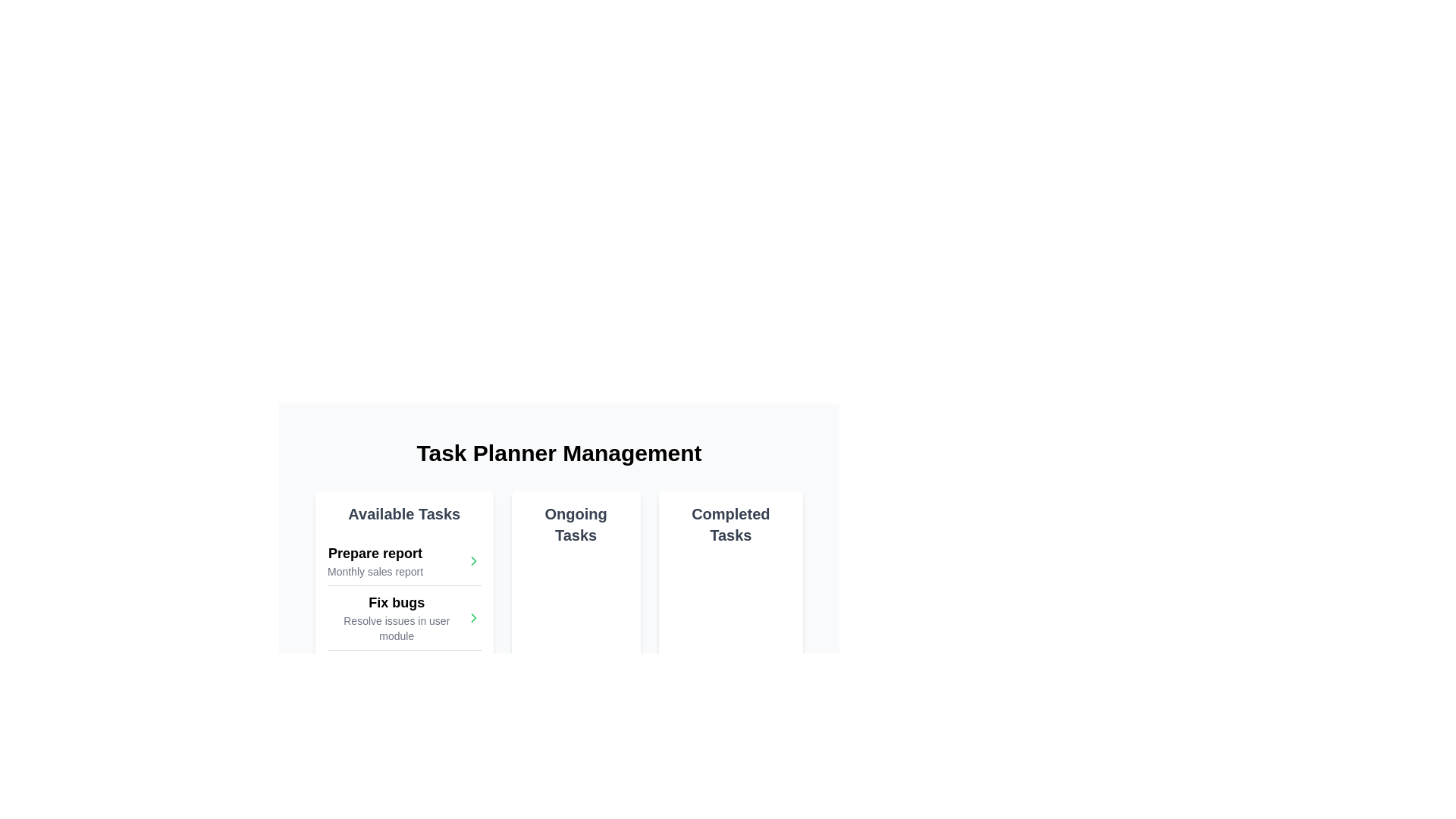 The width and height of the screenshot is (1456, 819). What do you see at coordinates (730, 601) in the screenshot?
I see `the 'Completed Tasks' card, which is the third card in a row of three, featuring a white background and rounded corners` at bounding box center [730, 601].